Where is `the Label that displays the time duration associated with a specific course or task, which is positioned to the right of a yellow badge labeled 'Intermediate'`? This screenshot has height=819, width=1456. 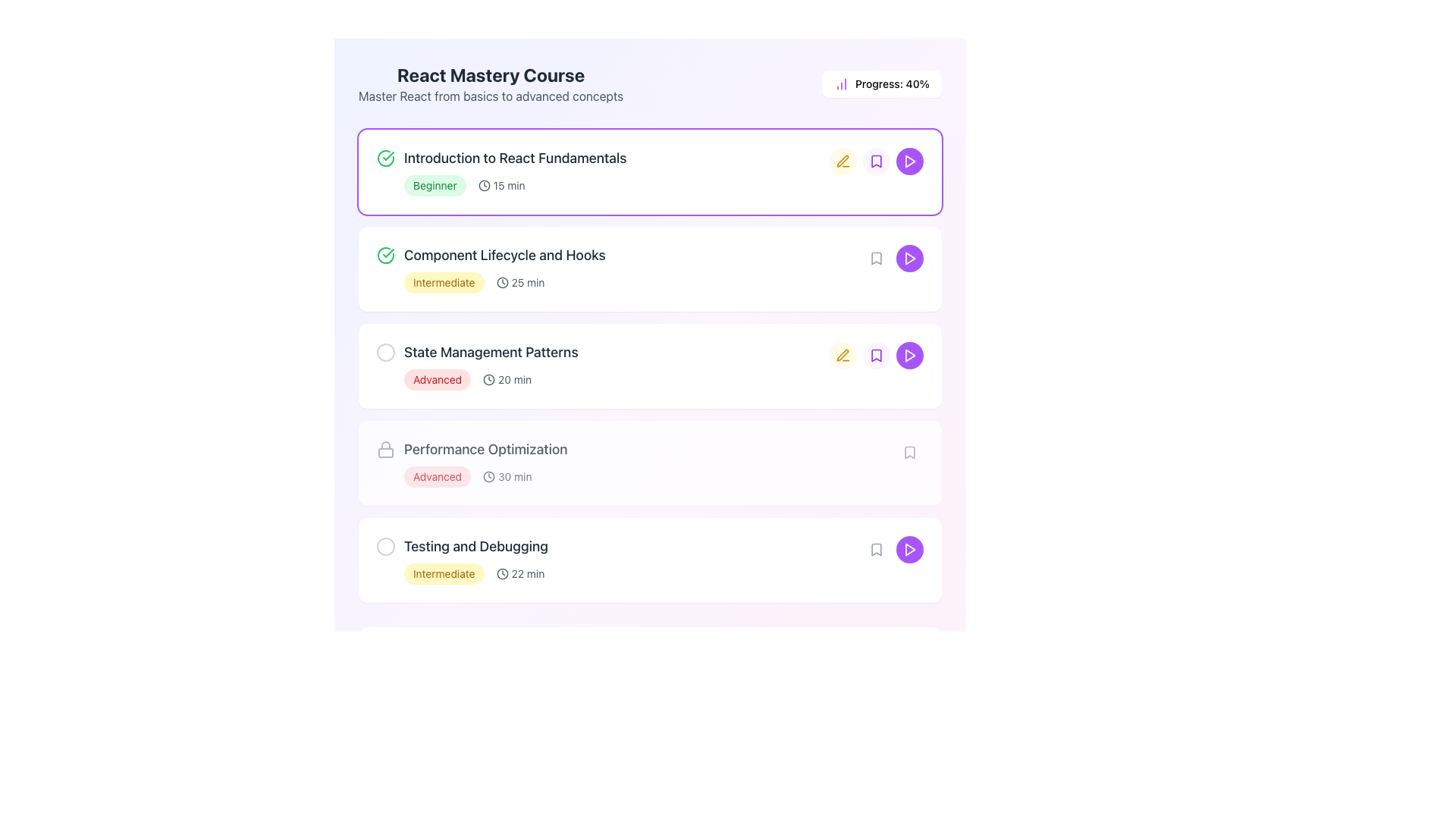 the Label that displays the time duration associated with a specific course or task, which is positioned to the right of a yellow badge labeled 'Intermediate' is located at coordinates (520, 283).